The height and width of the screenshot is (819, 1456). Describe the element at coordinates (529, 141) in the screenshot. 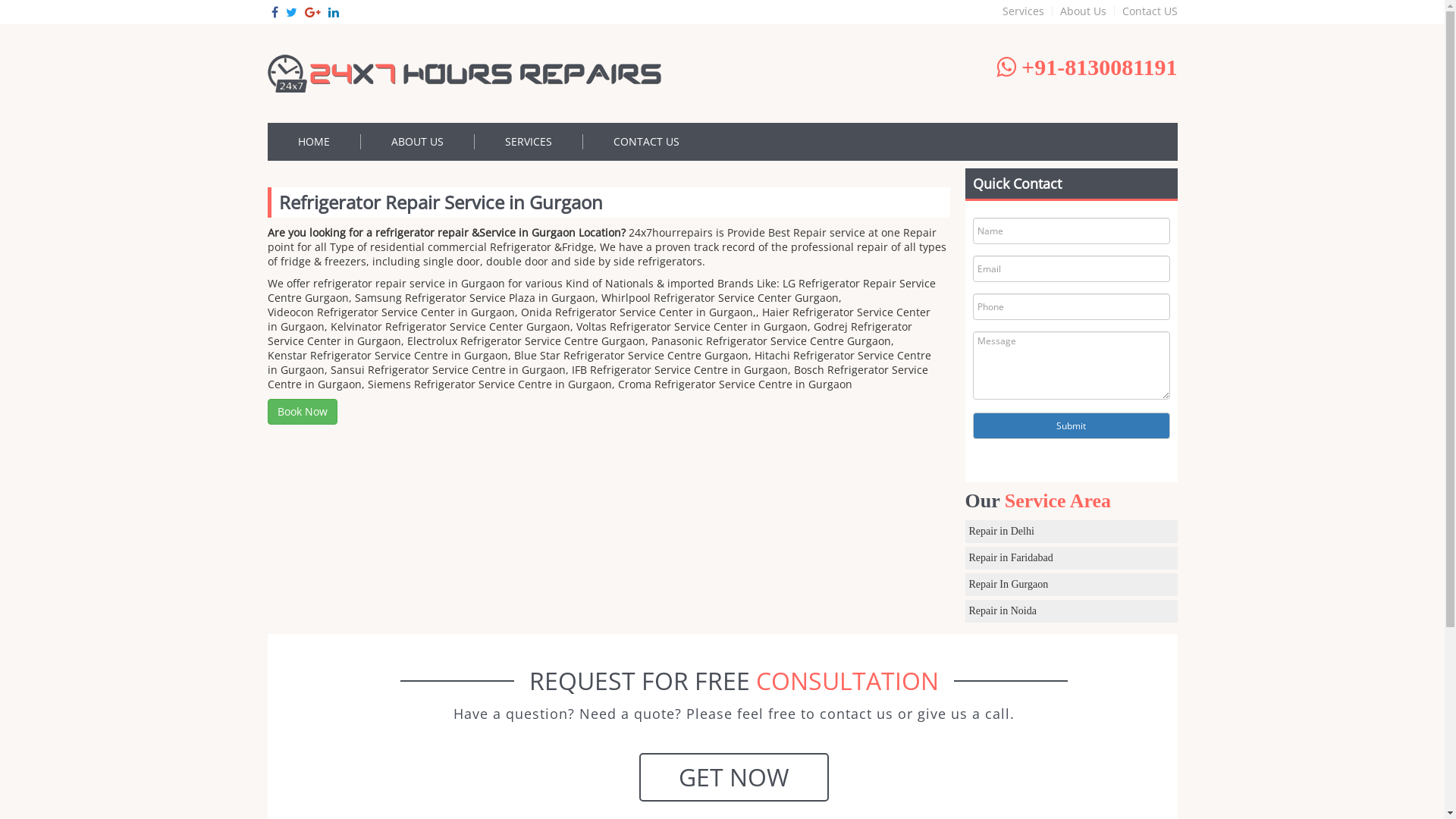

I see `'SERVICES'` at that location.